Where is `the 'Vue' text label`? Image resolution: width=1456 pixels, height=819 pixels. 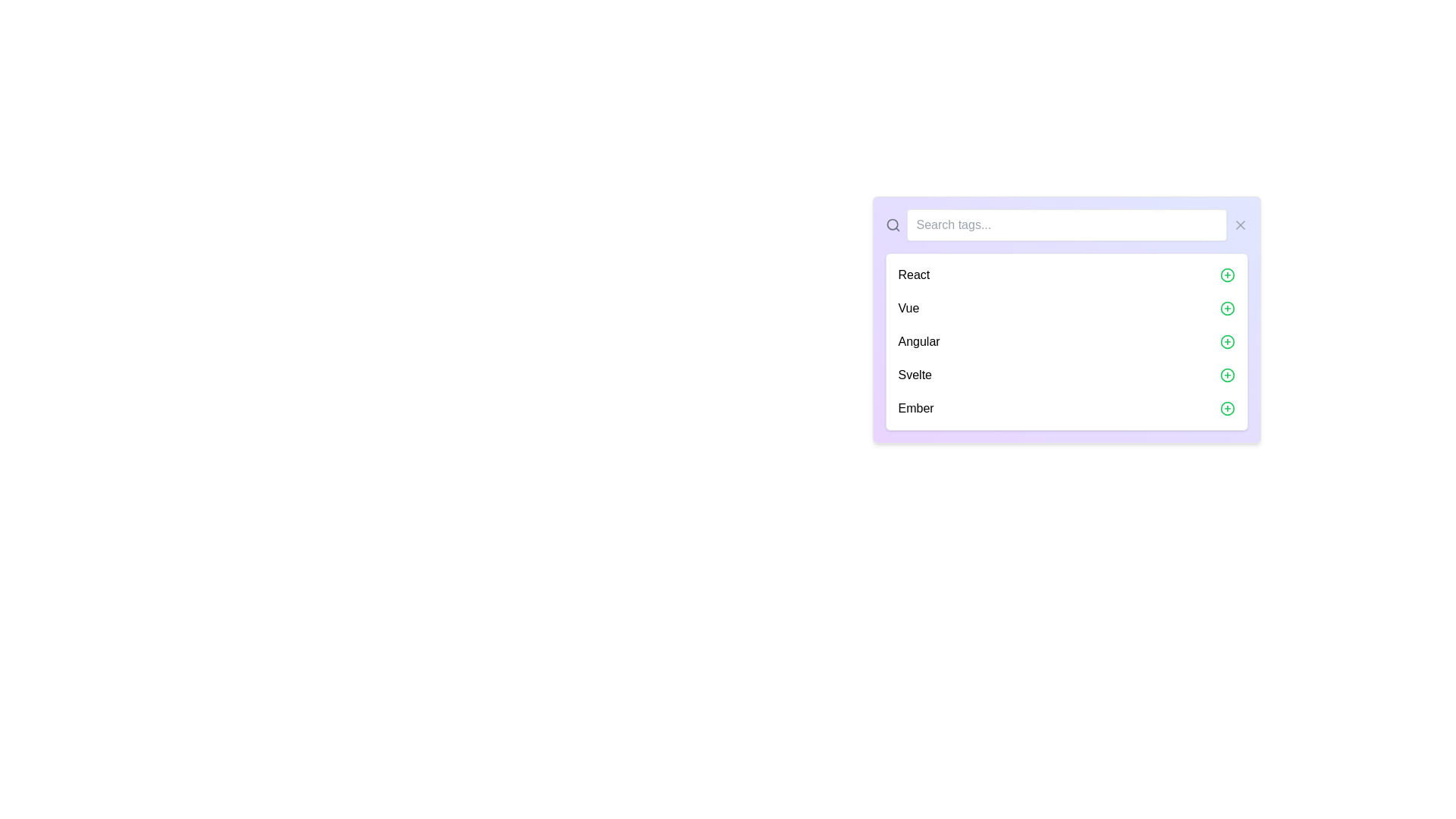 the 'Vue' text label is located at coordinates (908, 308).